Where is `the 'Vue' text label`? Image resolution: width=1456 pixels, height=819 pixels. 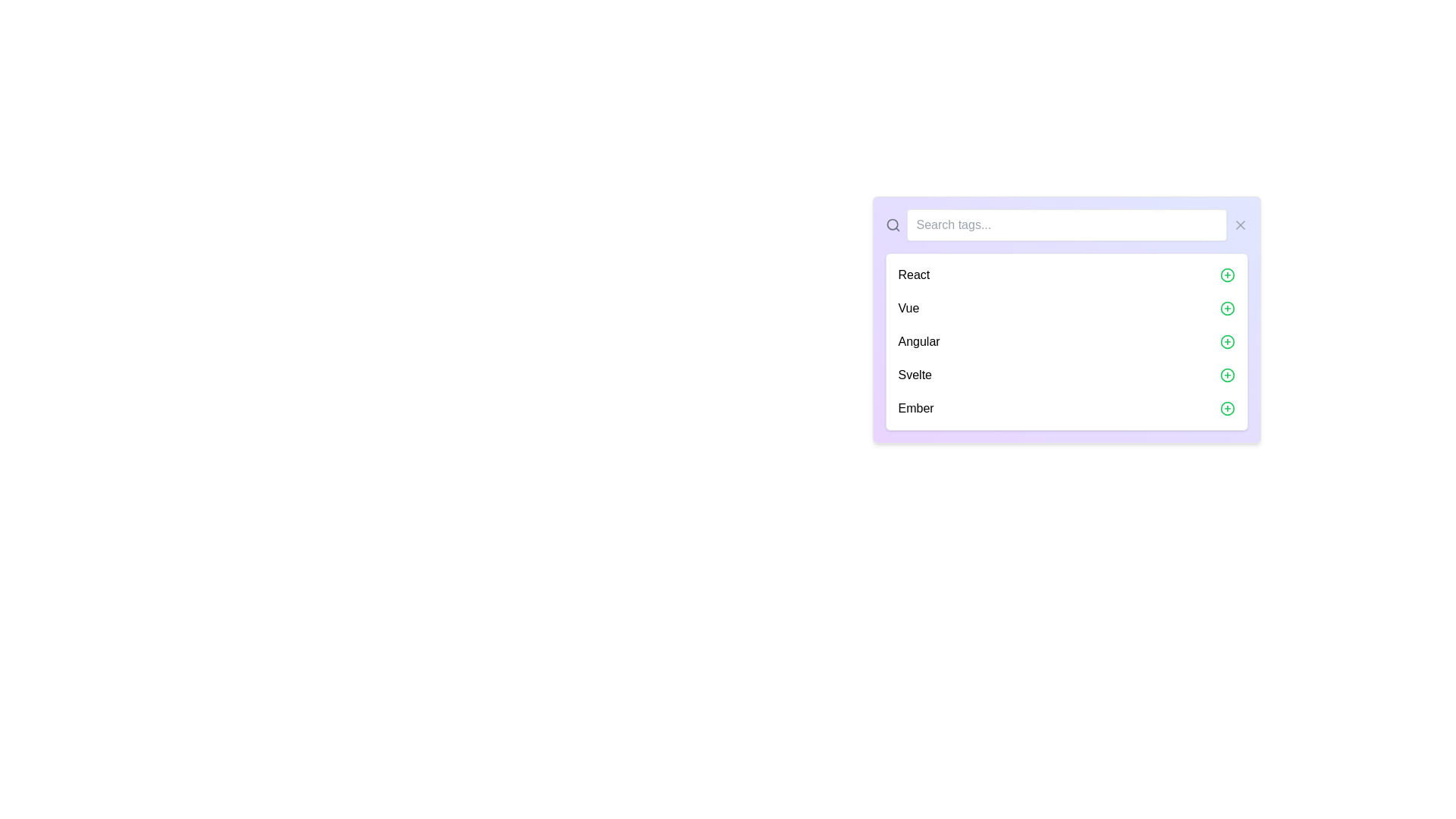 the 'Vue' text label is located at coordinates (908, 308).